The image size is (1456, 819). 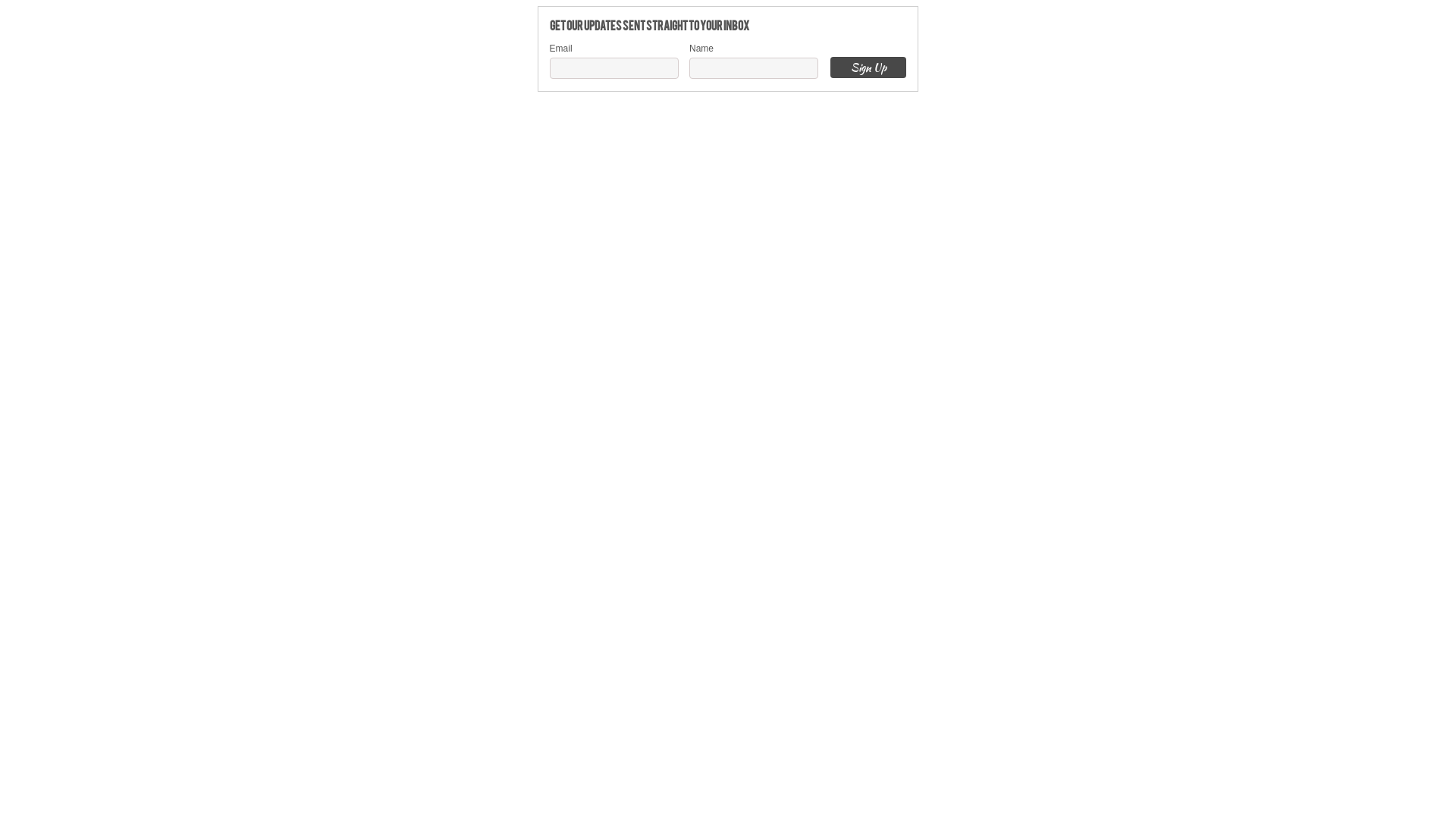 What do you see at coordinates (868, 66) in the screenshot?
I see `'Sign Up'` at bounding box center [868, 66].